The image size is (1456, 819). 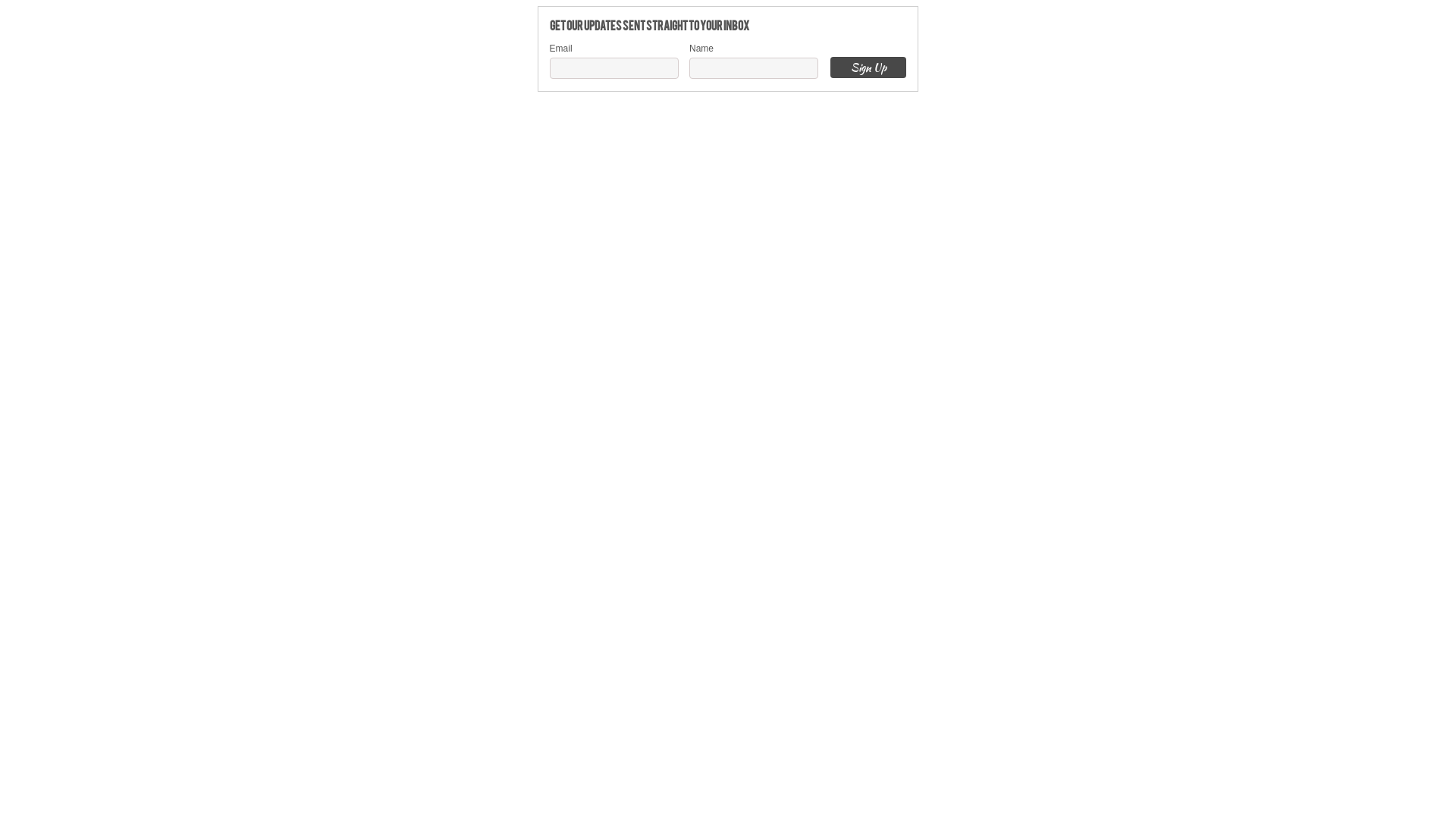 What do you see at coordinates (868, 66) in the screenshot?
I see `'Sign Up'` at bounding box center [868, 66].